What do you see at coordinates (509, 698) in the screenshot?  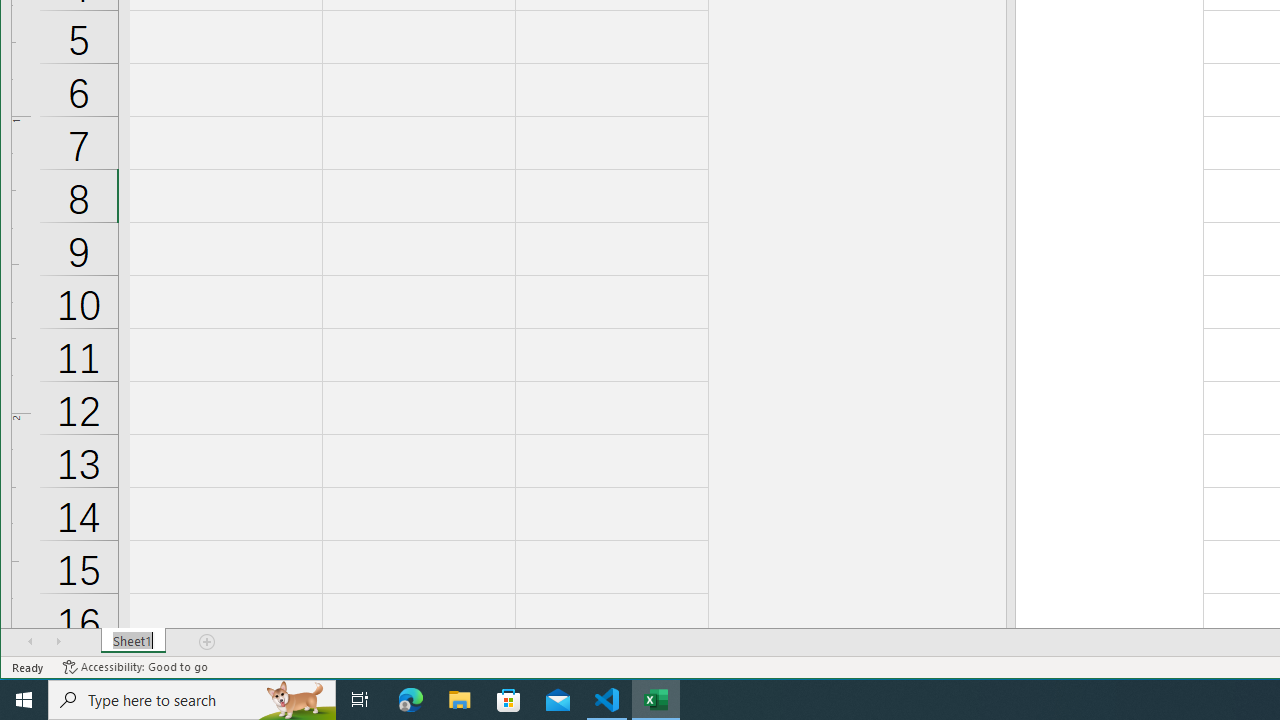 I see `'Microsoft Store'` at bounding box center [509, 698].